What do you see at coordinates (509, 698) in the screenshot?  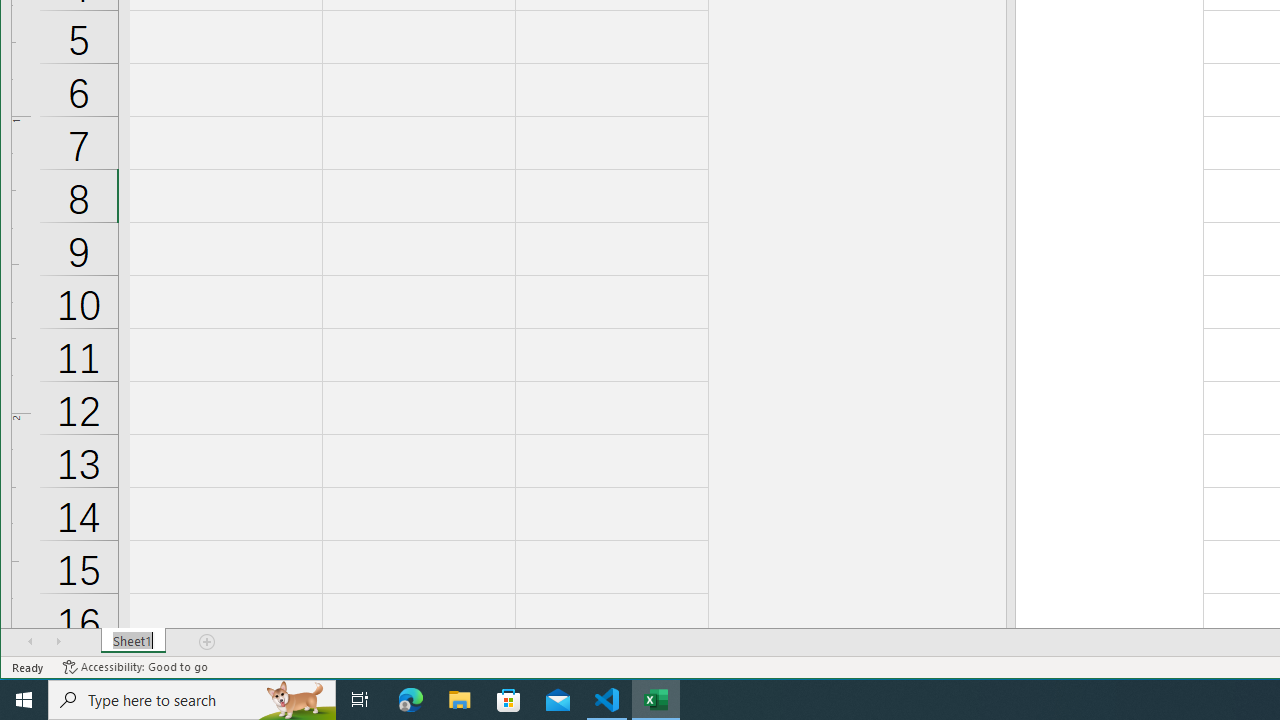 I see `'Microsoft Store'` at bounding box center [509, 698].